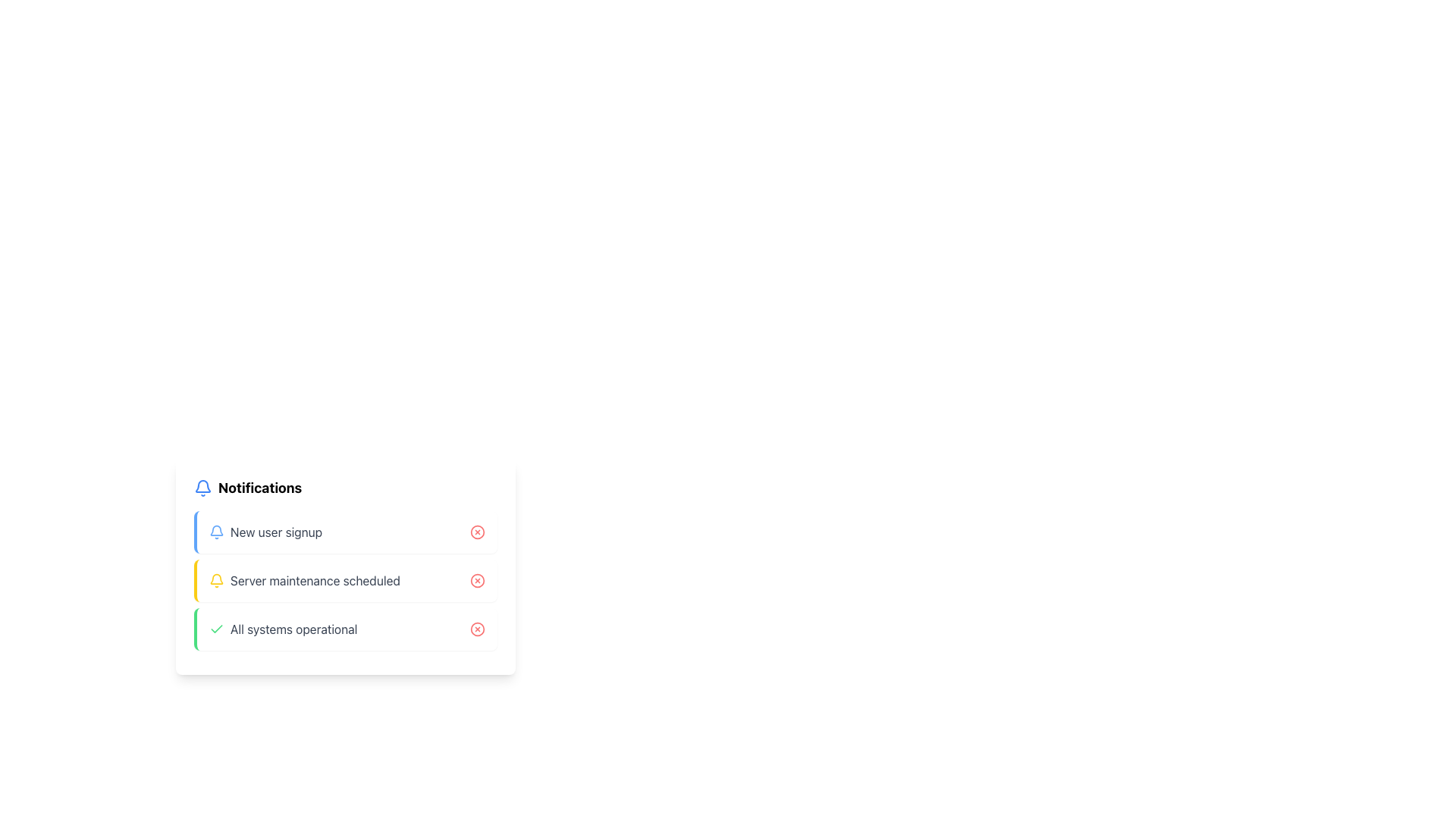  Describe the element at coordinates (283, 629) in the screenshot. I see `the notification element labeled 'All systems operational' that includes a gray text and a green checkmark icon, located within the third notification block` at that location.